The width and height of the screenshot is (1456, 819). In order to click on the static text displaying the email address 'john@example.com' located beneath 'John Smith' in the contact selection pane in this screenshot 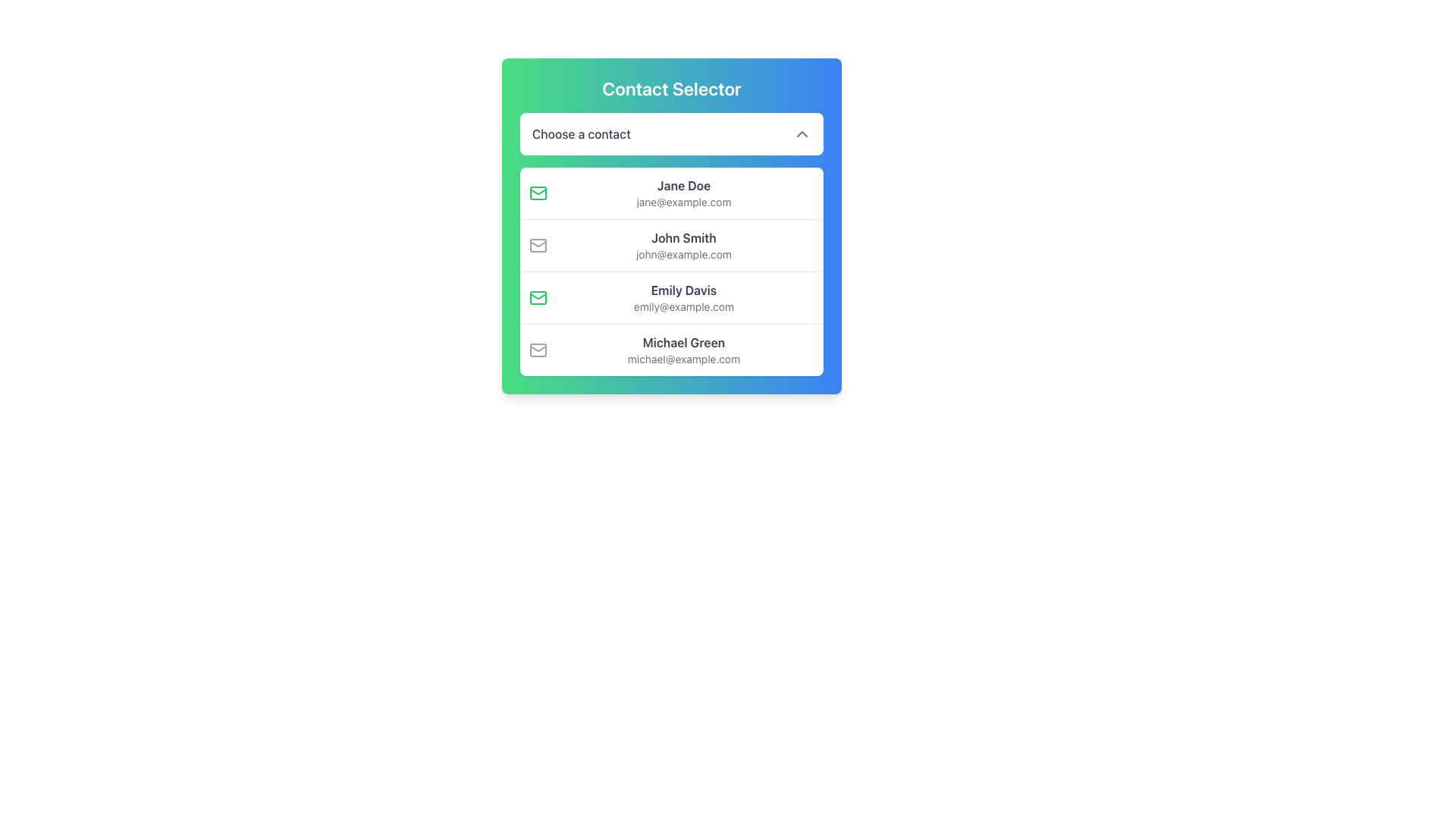, I will do `click(683, 253)`.